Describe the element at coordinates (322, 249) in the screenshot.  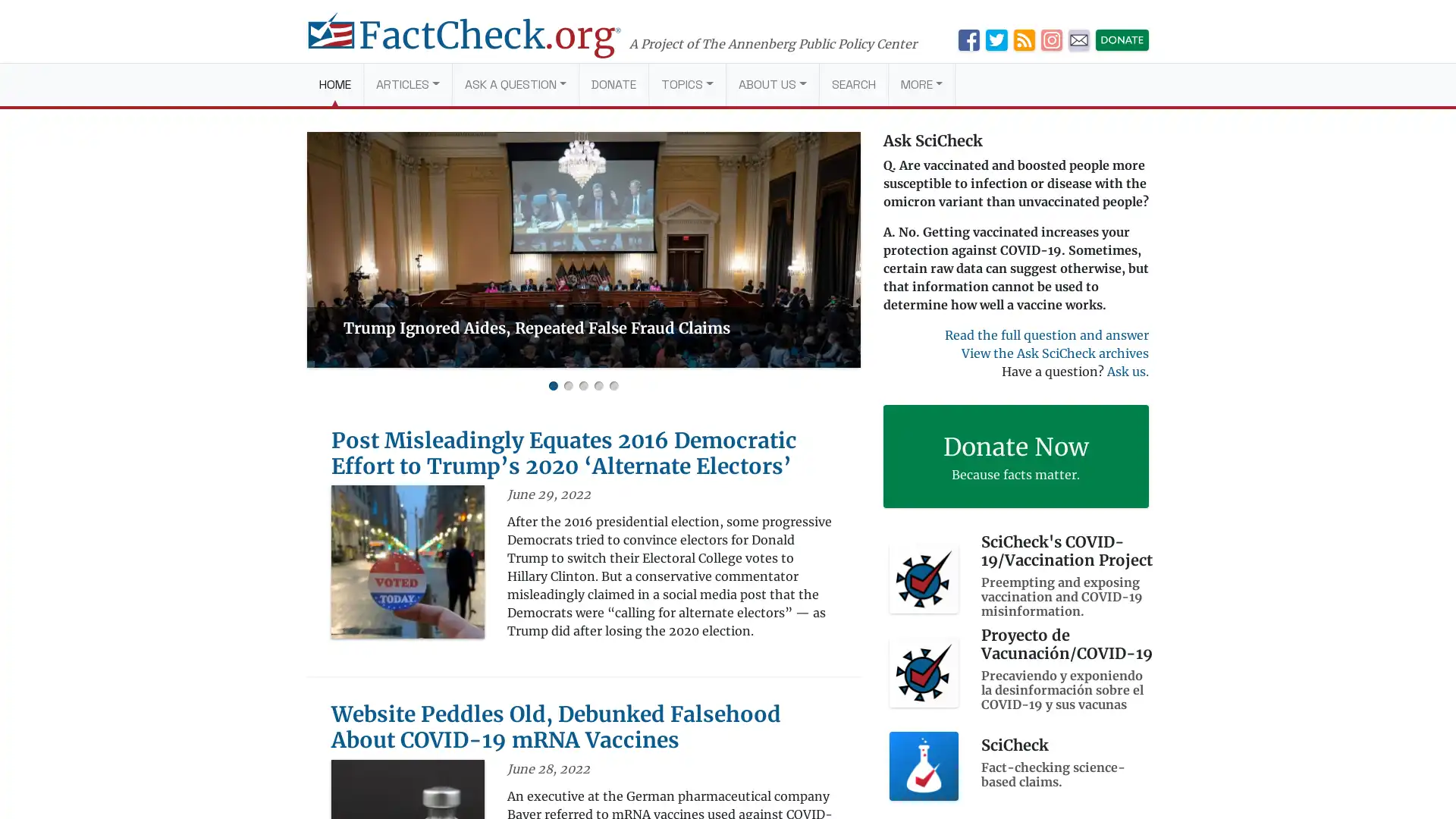
I see `Previous` at that location.